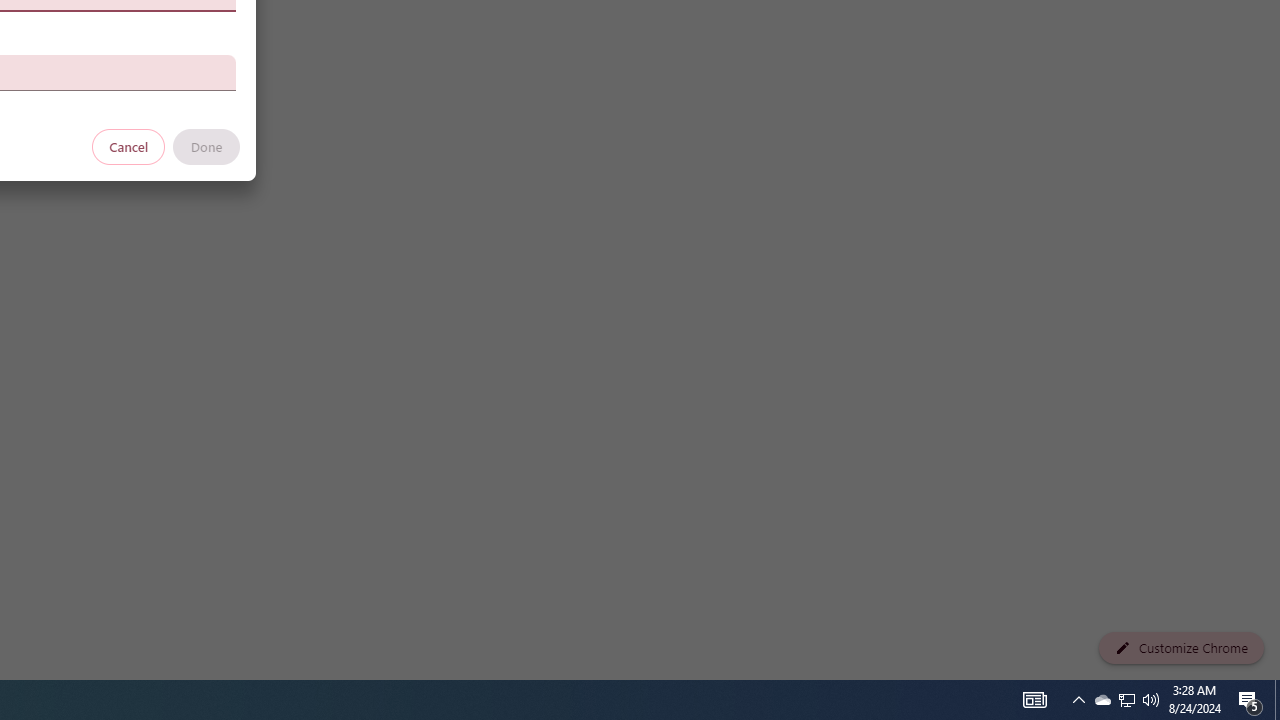 The width and height of the screenshot is (1280, 720). Describe the element at coordinates (206, 145) in the screenshot. I see `'Done'` at that location.